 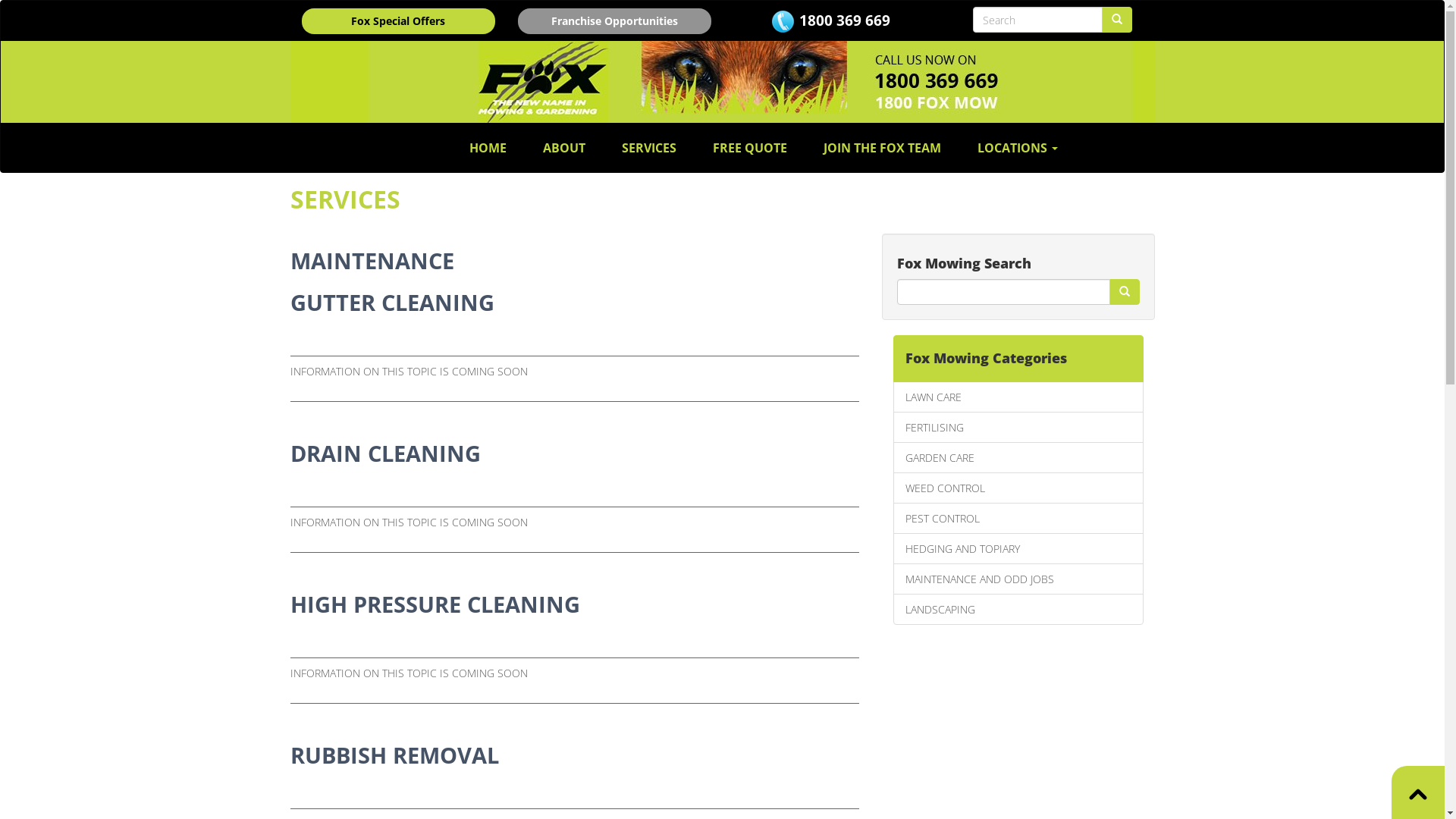 What do you see at coordinates (563, 148) in the screenshot?
I see `'ABOUT'` at bounding box center [563, 148].